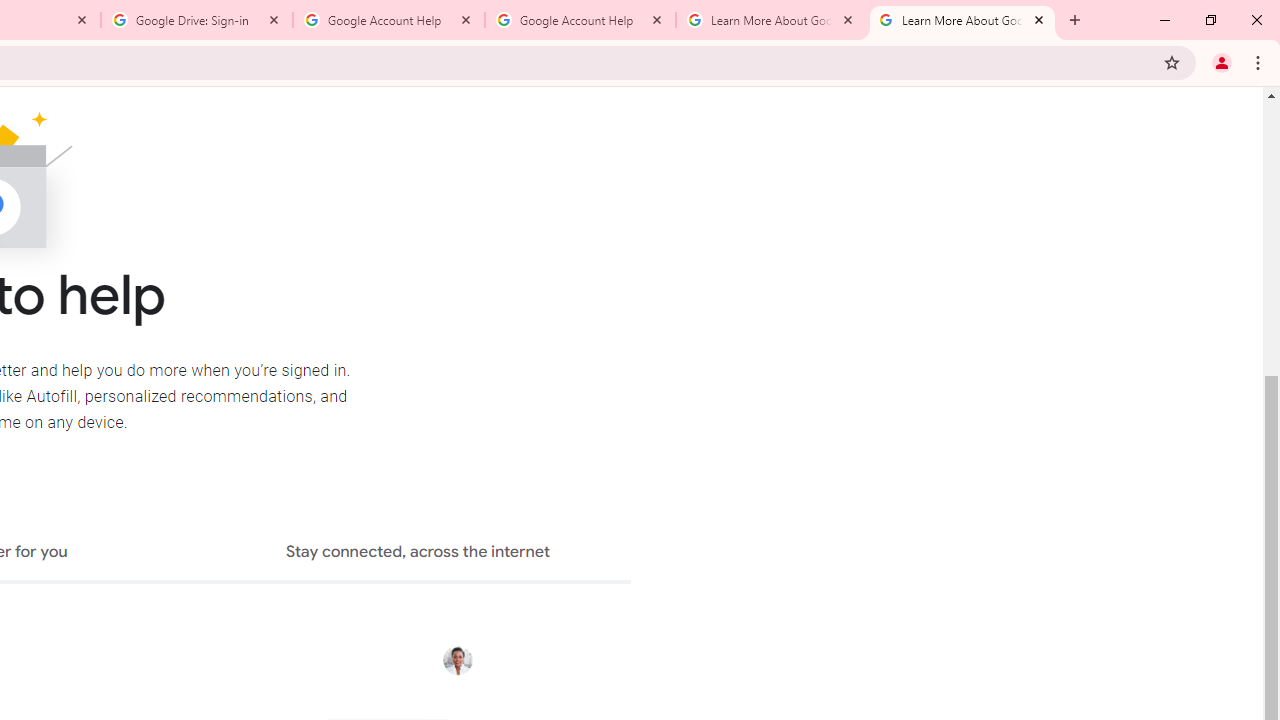  Describe the element at coordinates (416, 554) in the screenshot. I see `'Stay connected, across the internet'` at that location.